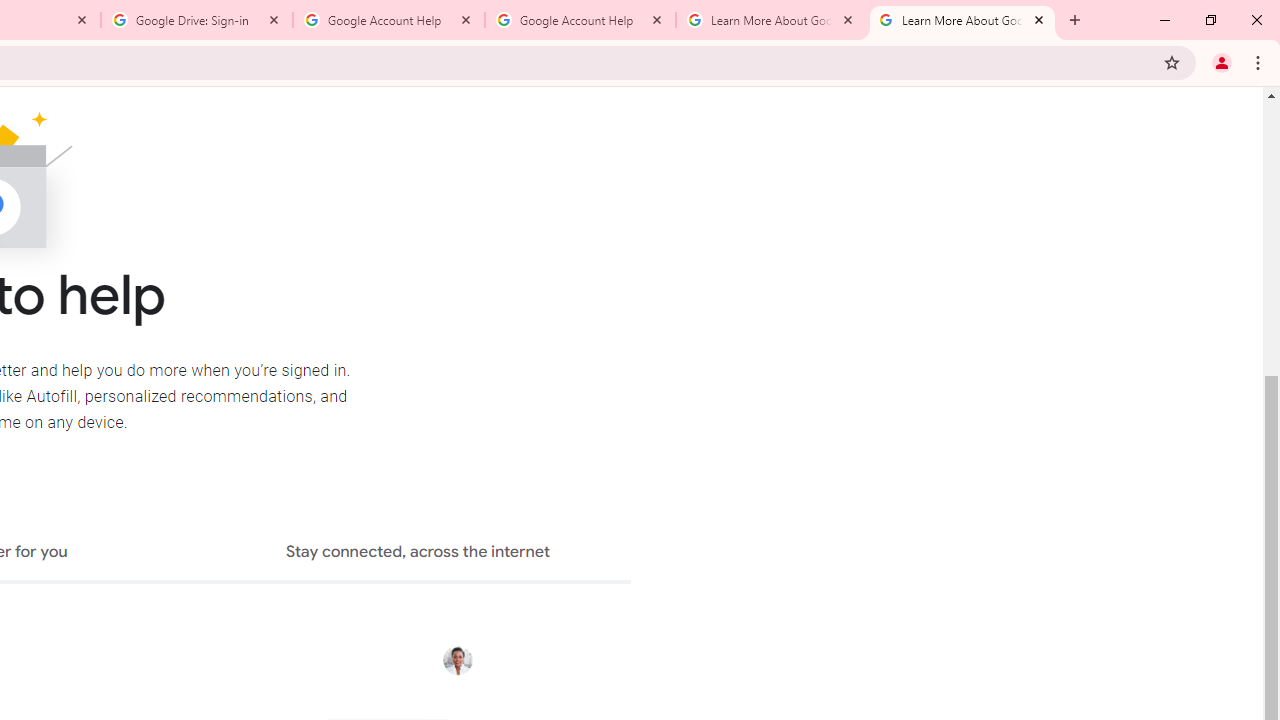  Describe the element at coordinates (416, 554) in the screenshot. I see `'Stay connected, across the internet'` at that location.